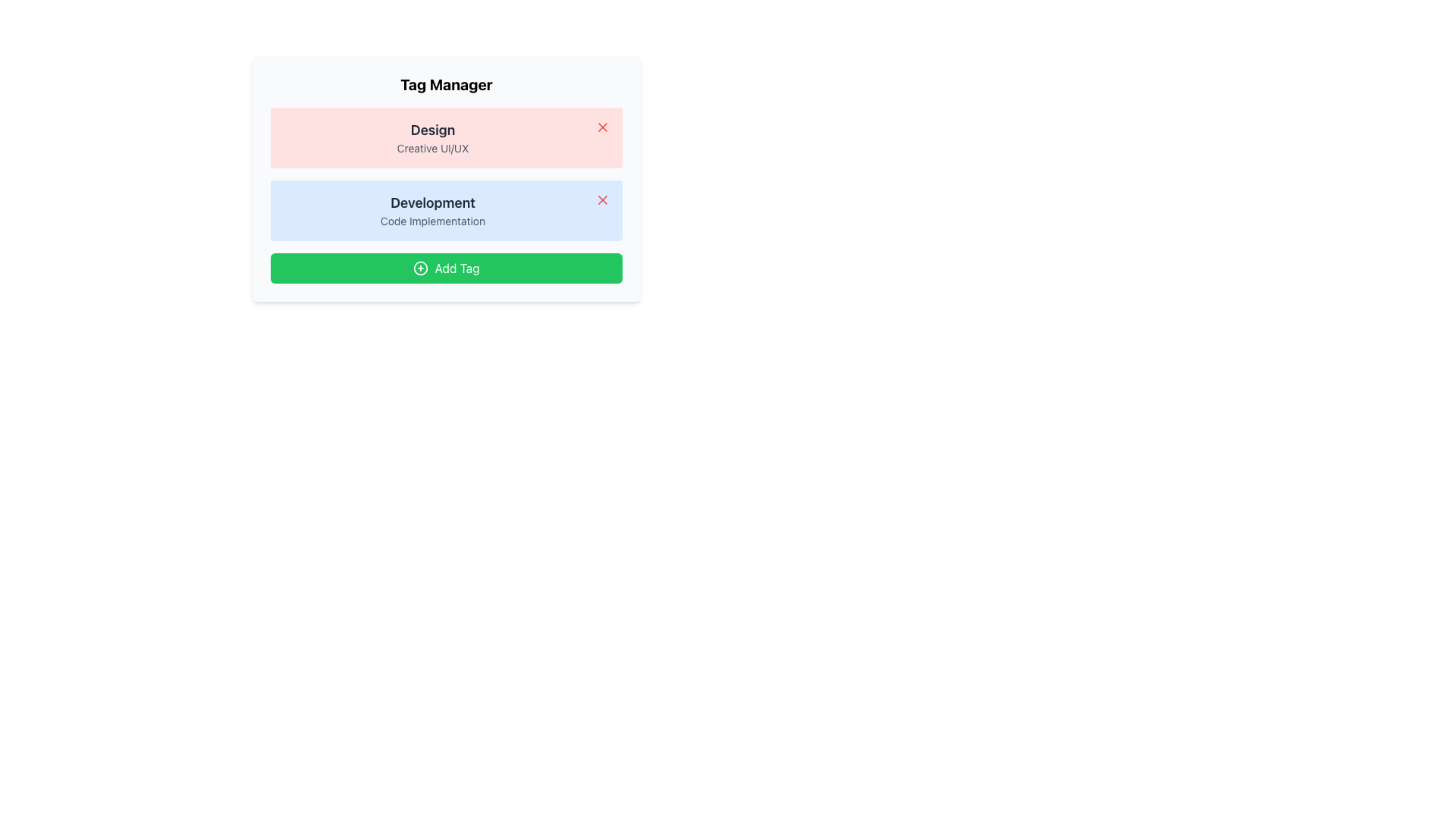 The width and height of the screenshot is (1456, 819). I want to click on the text label that reads 'Code Implementation' located below the 'Development' label, so click(432, 221).